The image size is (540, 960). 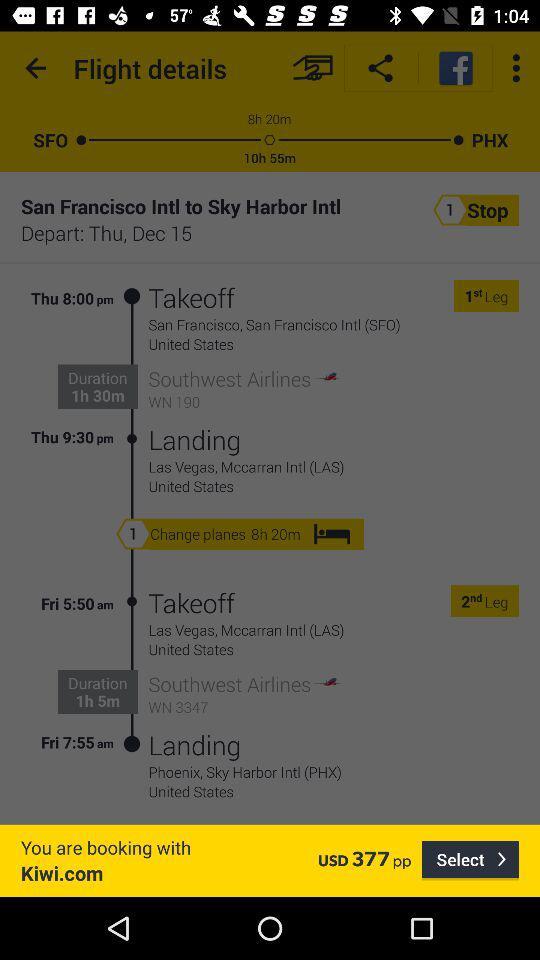 I want to click on icon to the left of the takeoff item, so click(x=132, y=367).